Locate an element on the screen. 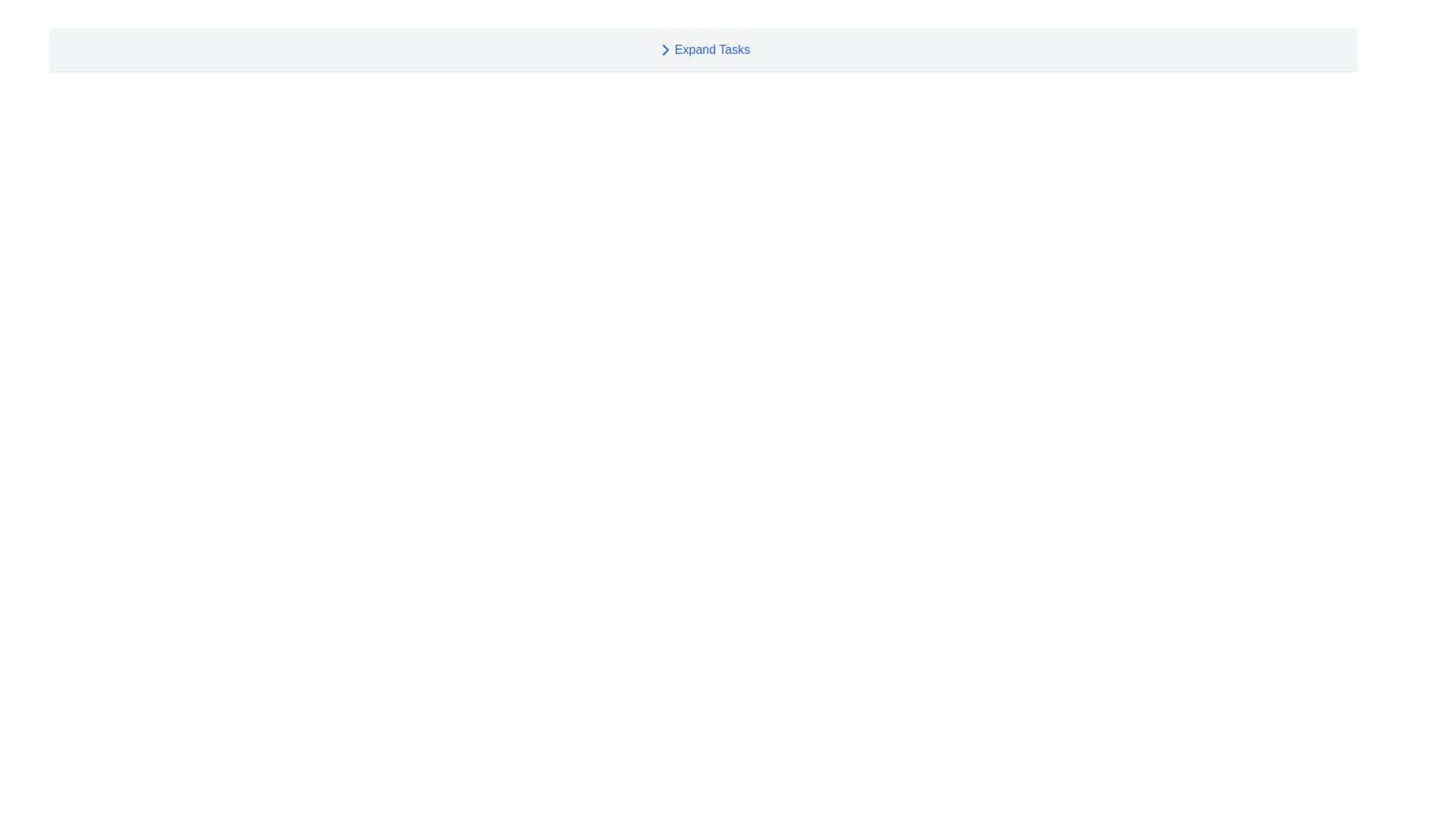 Image resolution: width=1456 pixels, height=819 pixels. the button-like interactive label for the 'Tasks' section is located at coordinates (702, 49).